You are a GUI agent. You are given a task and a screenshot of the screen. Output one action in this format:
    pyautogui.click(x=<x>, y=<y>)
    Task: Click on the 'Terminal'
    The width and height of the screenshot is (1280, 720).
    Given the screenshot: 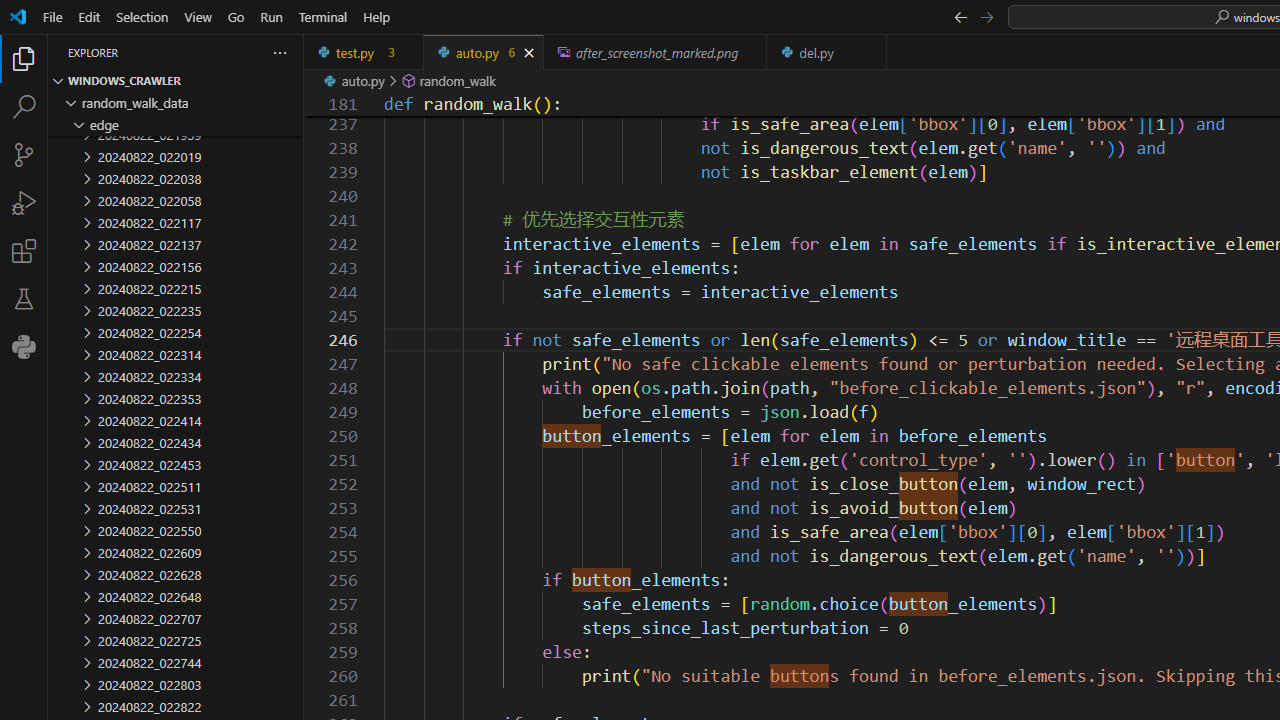 What is the action you would take?
    pyautogui.click(x=323, y=16)
    